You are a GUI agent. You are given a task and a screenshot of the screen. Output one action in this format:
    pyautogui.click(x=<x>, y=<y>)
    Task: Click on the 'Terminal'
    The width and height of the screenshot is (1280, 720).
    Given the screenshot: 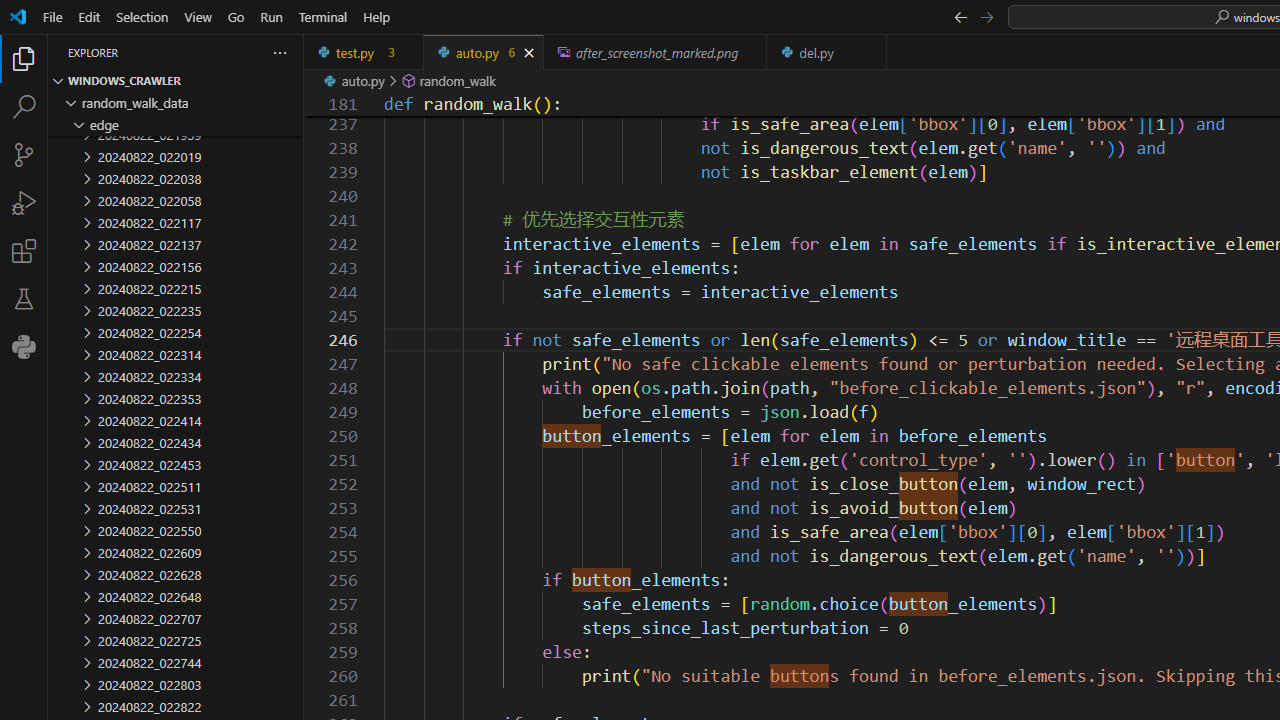 What is the action you would take?
    pyautogui.click(x=323, y=16)
    